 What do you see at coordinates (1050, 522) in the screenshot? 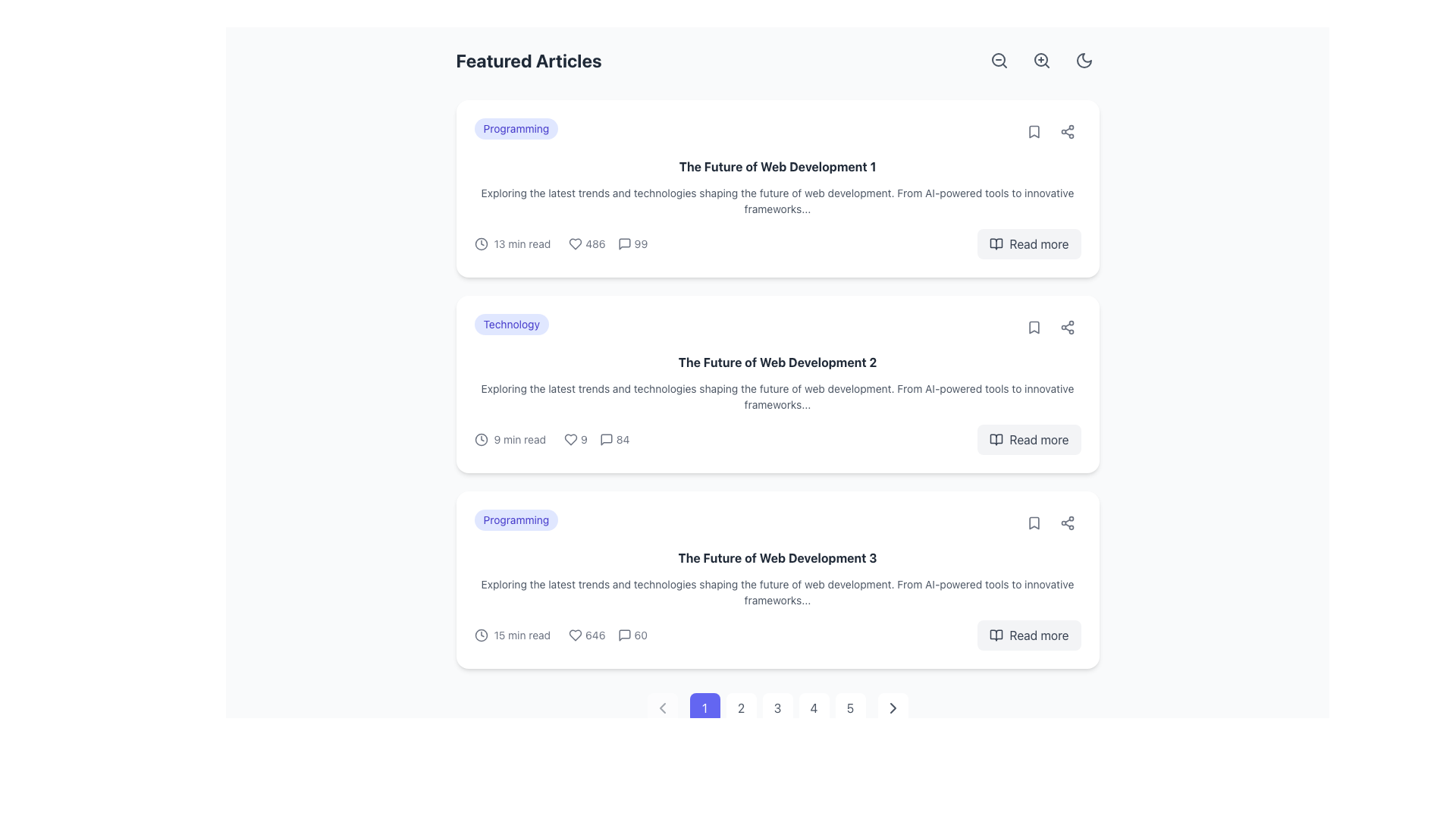
I see `the interactive icons for saving and sharing in the top-right corner of the article card titled 'The Future of Web Development 3'` at bounding box center [1050, 522].